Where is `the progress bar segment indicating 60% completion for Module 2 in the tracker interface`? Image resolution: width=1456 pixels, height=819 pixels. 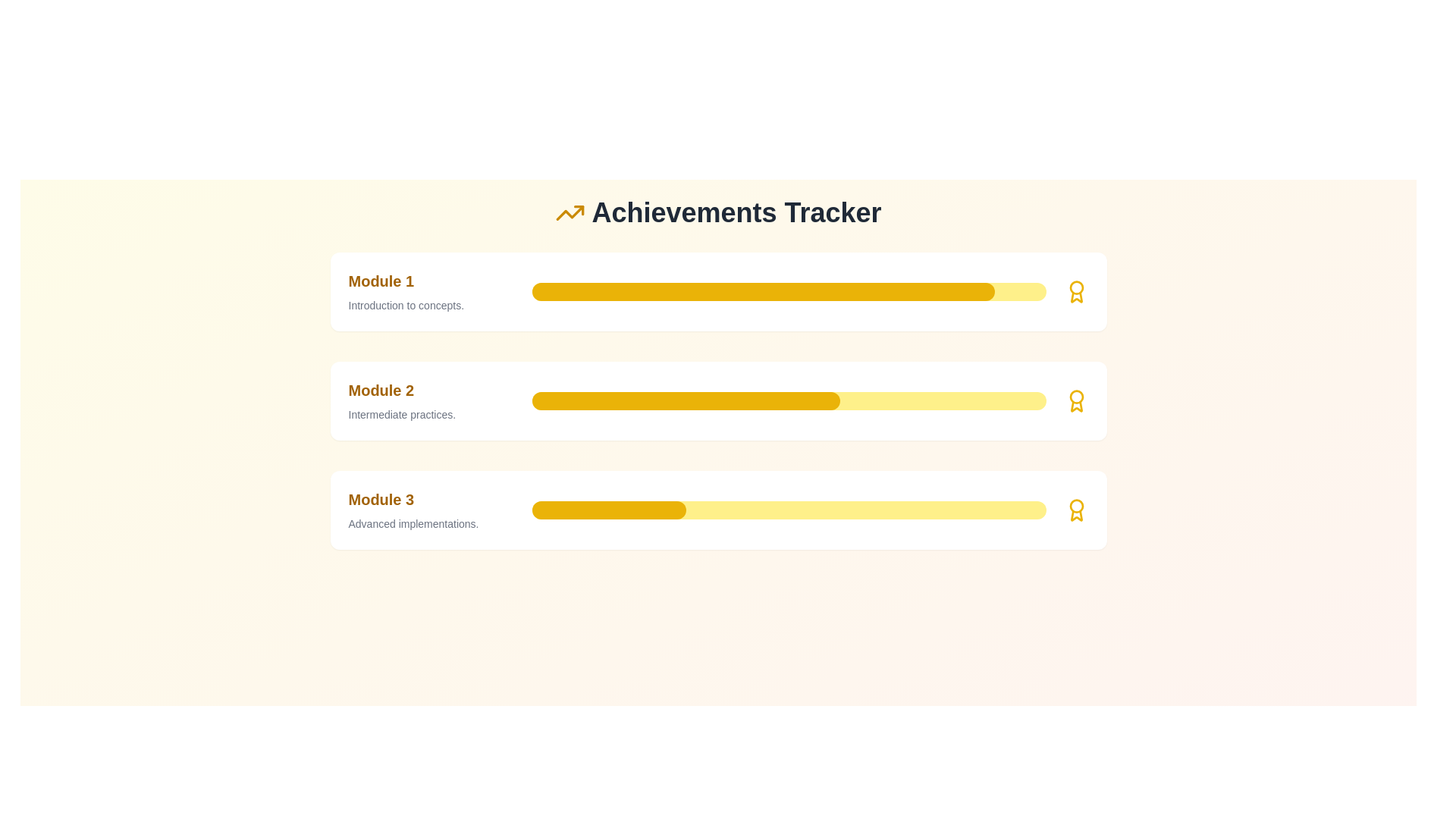 the progress bar segment indicating 60% completion for Module 2 in the tracker interface is located at coordinates (685, 400).